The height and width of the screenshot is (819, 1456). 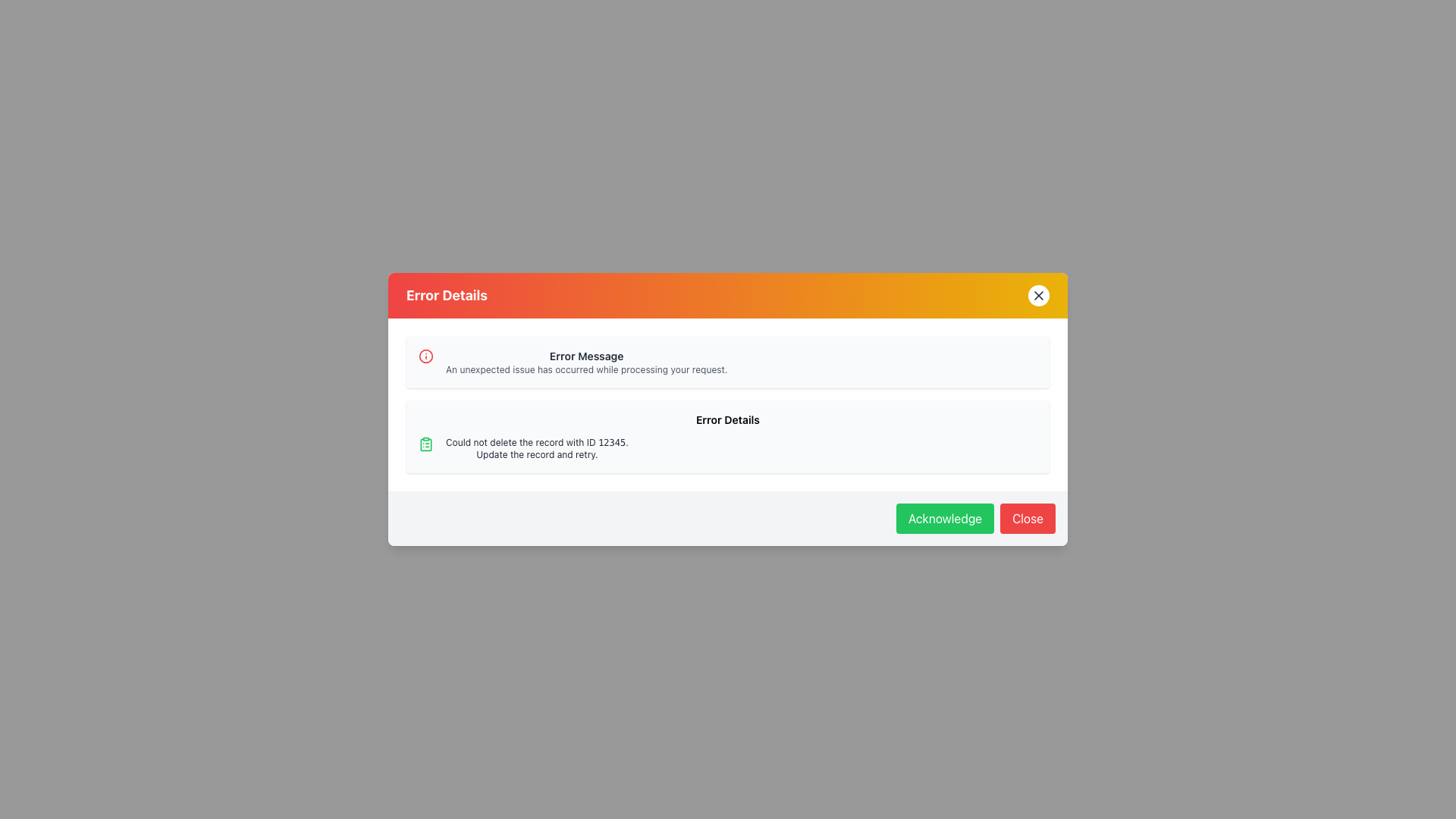 I want to click on the 'Close' button located in the bottom-right corner of the modal dialog, so click(x=1028, y=517).